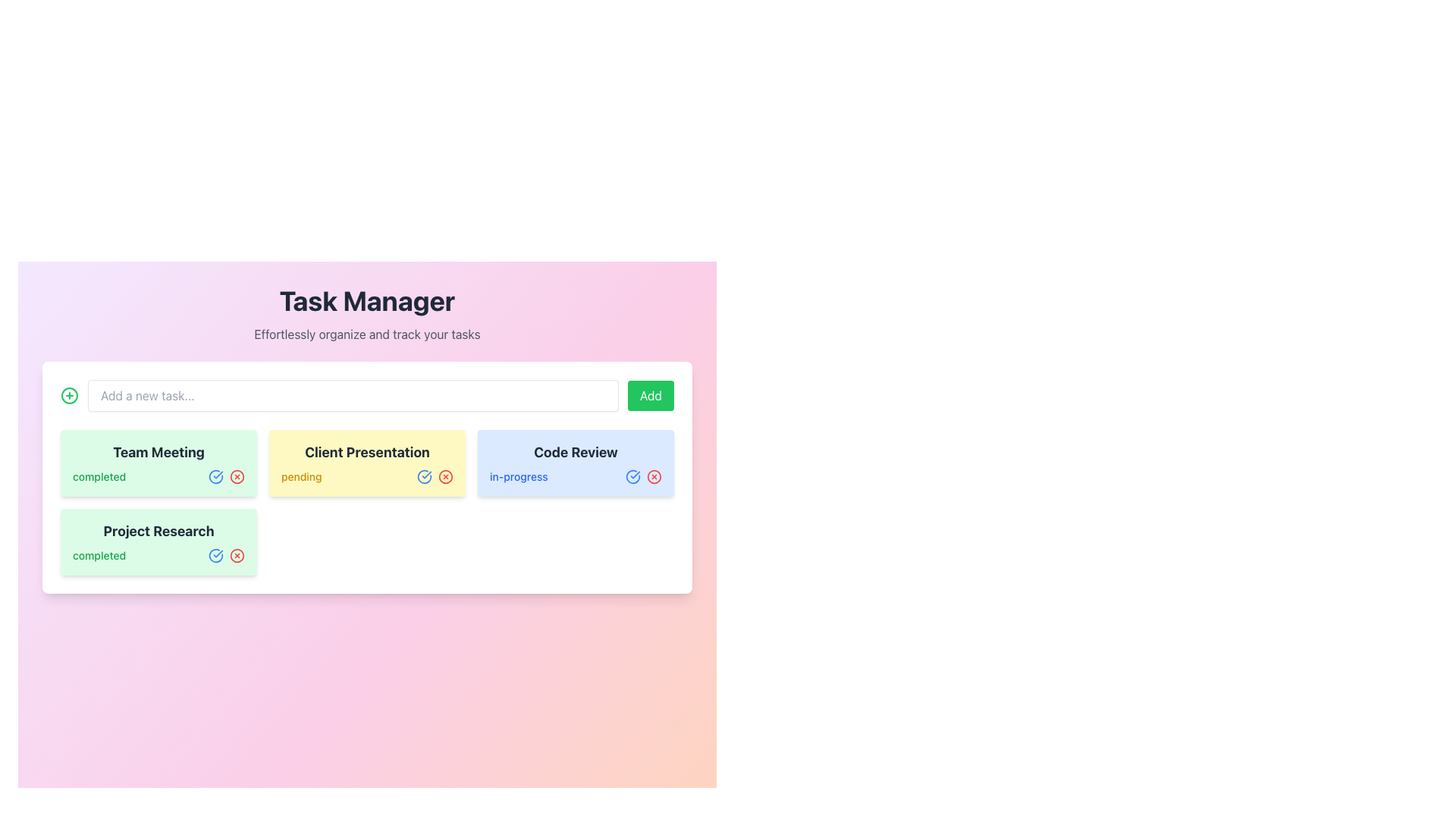  I want to click on the text label displaying 'pending' in lowercase, styled in yellow on a light yellow background, located within the 'Client Presentation' section, so click(301, 475).